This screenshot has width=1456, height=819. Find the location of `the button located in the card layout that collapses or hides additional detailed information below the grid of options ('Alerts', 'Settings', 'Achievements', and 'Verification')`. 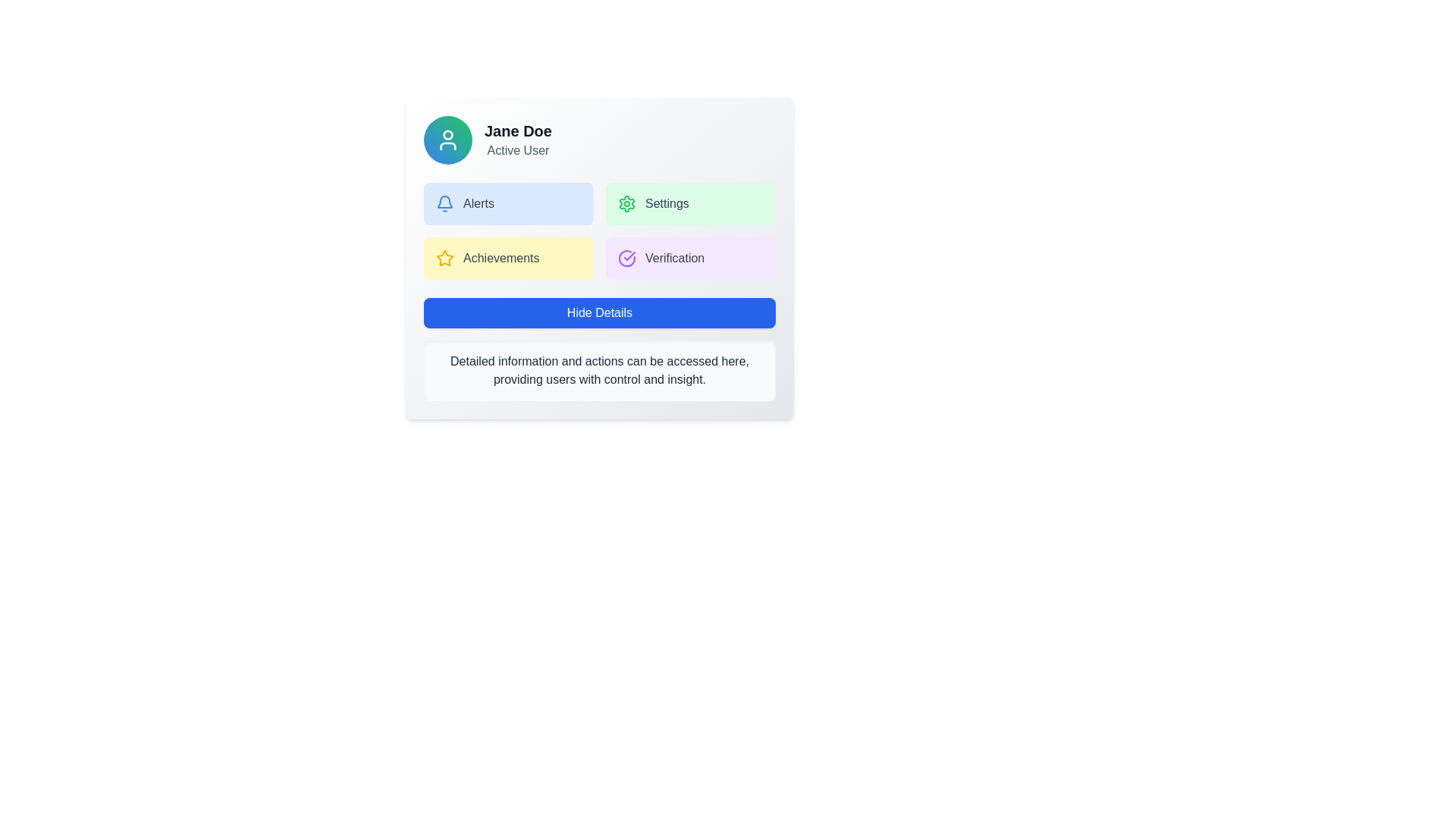

the button located in the card layout that collapses or hides additional detailed information below the grid of options ('Alerts', 'Settings', 'Achievements', and 'Verification') is located at coordinates (599, 312).